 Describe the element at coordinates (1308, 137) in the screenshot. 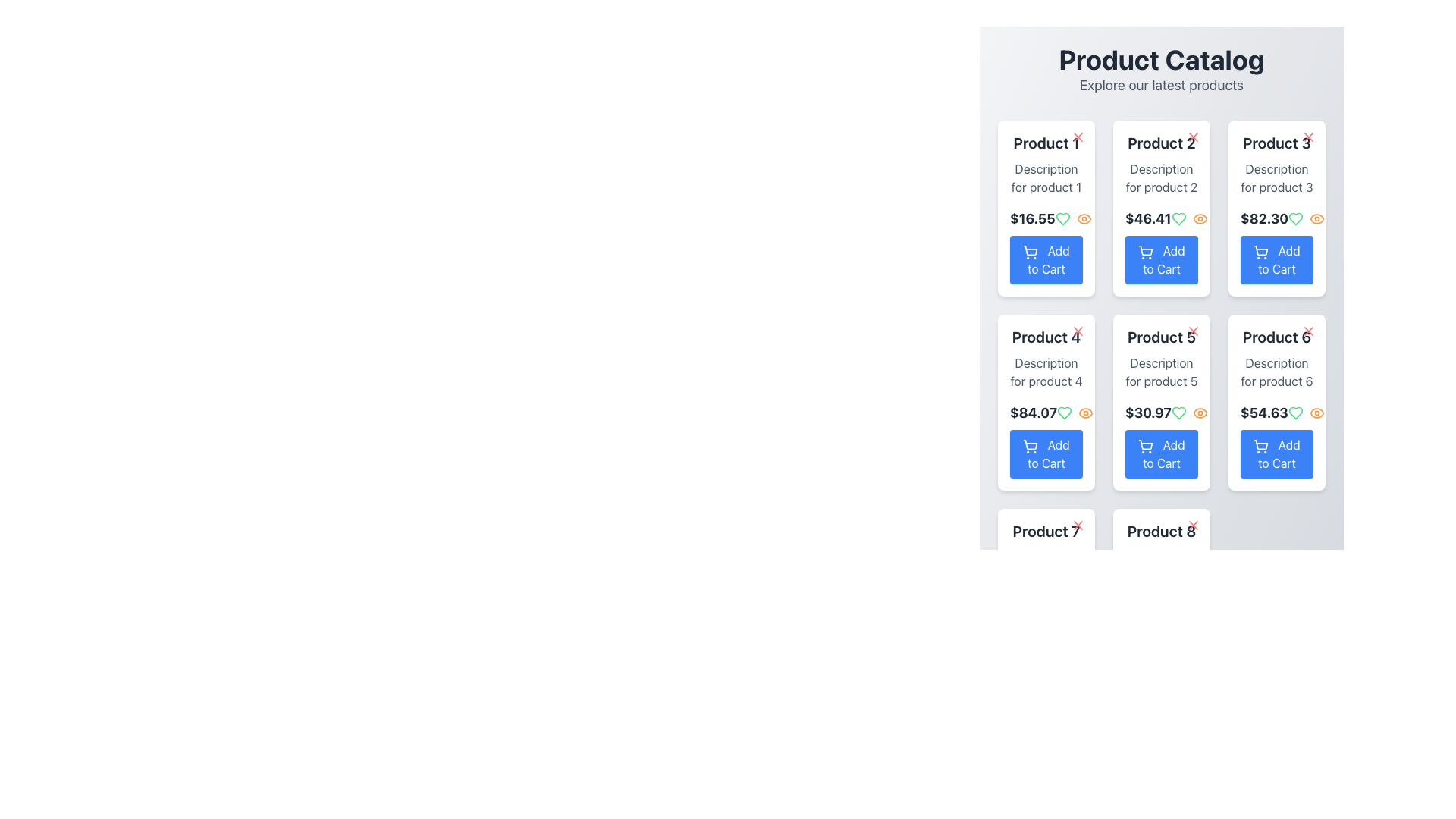

I see `the small red 'X' button located at the top-right corner of the 'Product 3' card to change its appearance` at that location.